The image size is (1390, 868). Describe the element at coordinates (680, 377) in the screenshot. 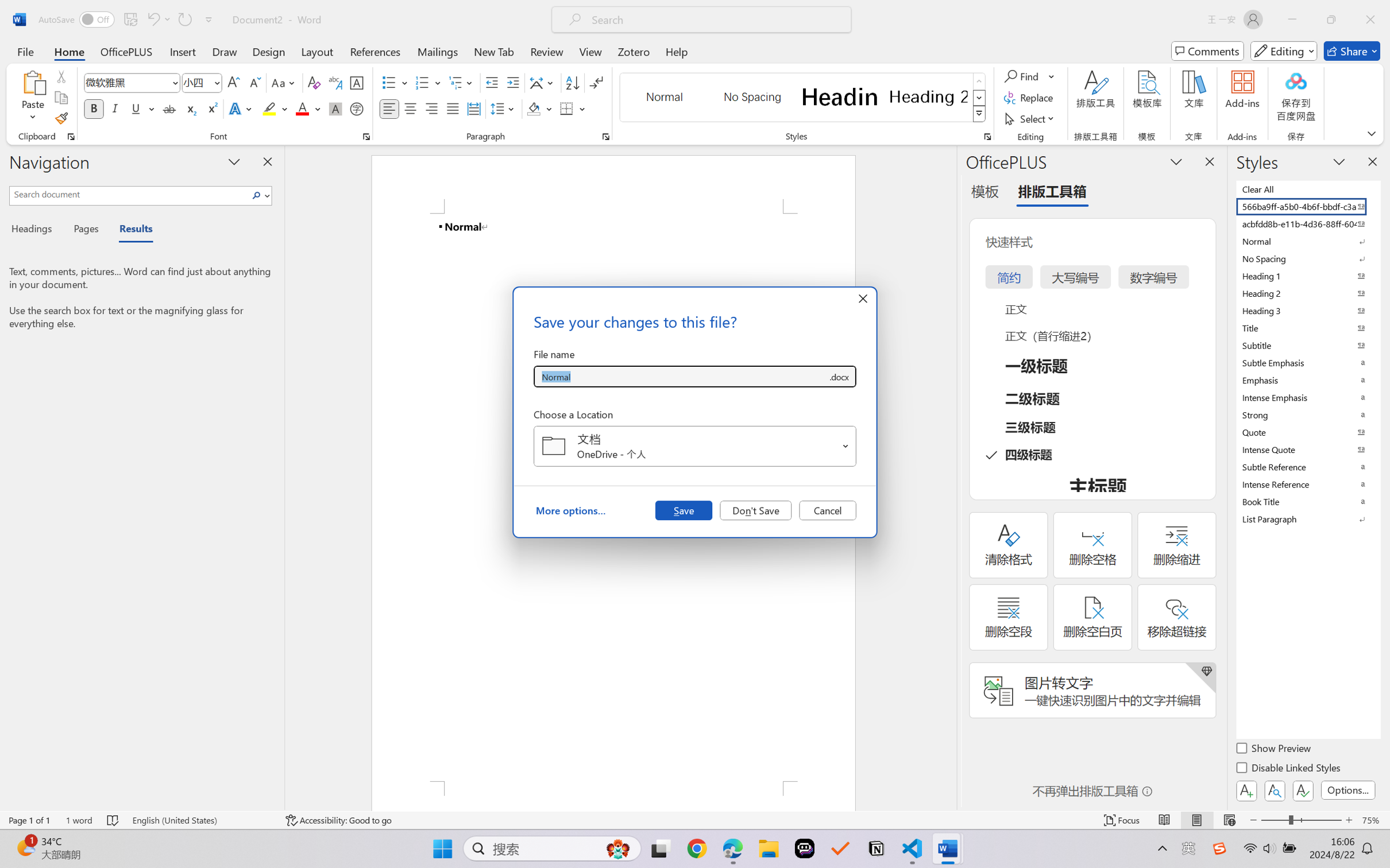

I see `'File name'` at that location.